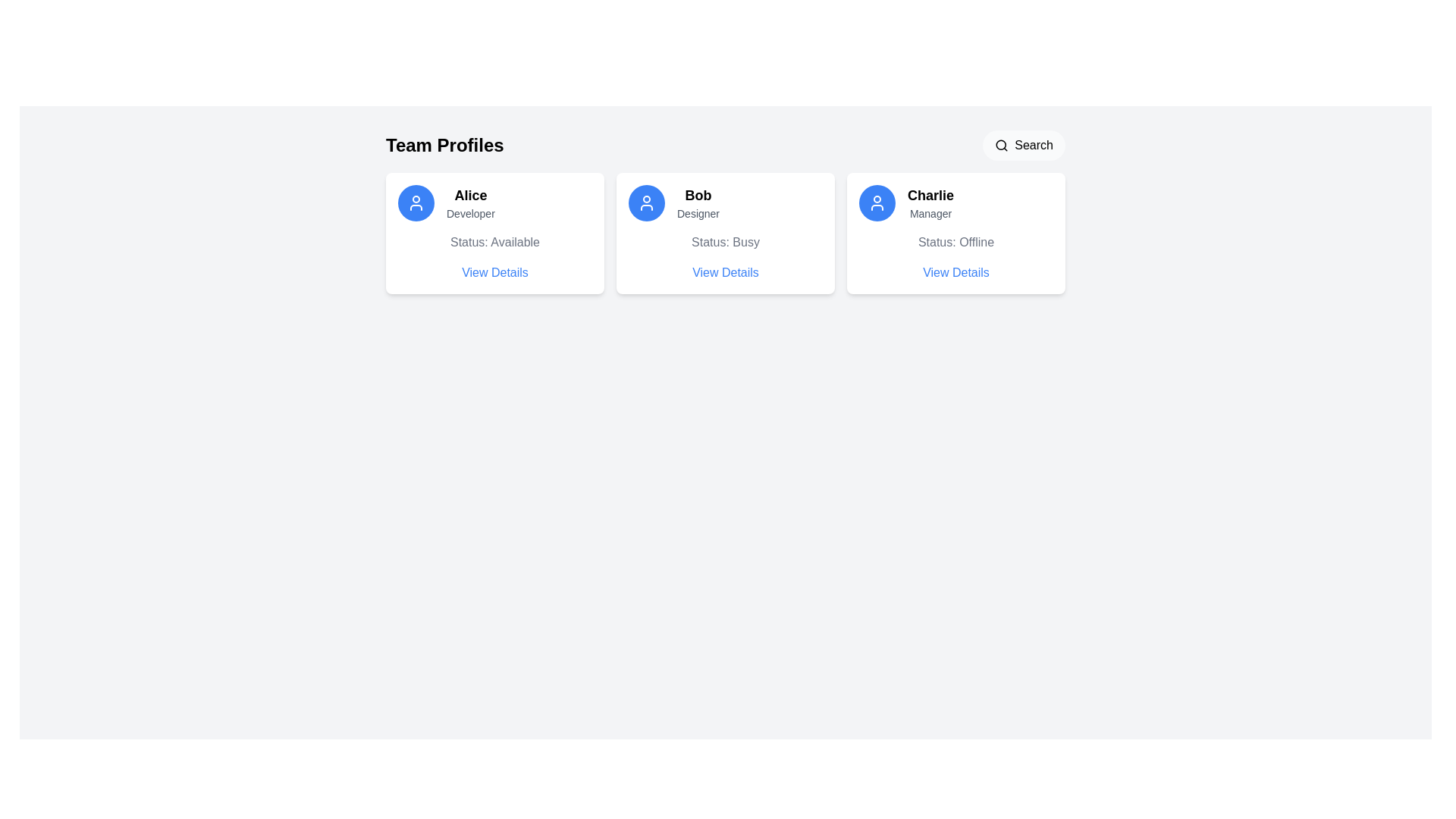 This screenshot has width=1456, height=819. I want to click on text label that identifies the name of the profile, located within the 'Team Profiles' section of the card layout, positioned above 'Developer' and to the right of the profile icon, so click(469, 195).